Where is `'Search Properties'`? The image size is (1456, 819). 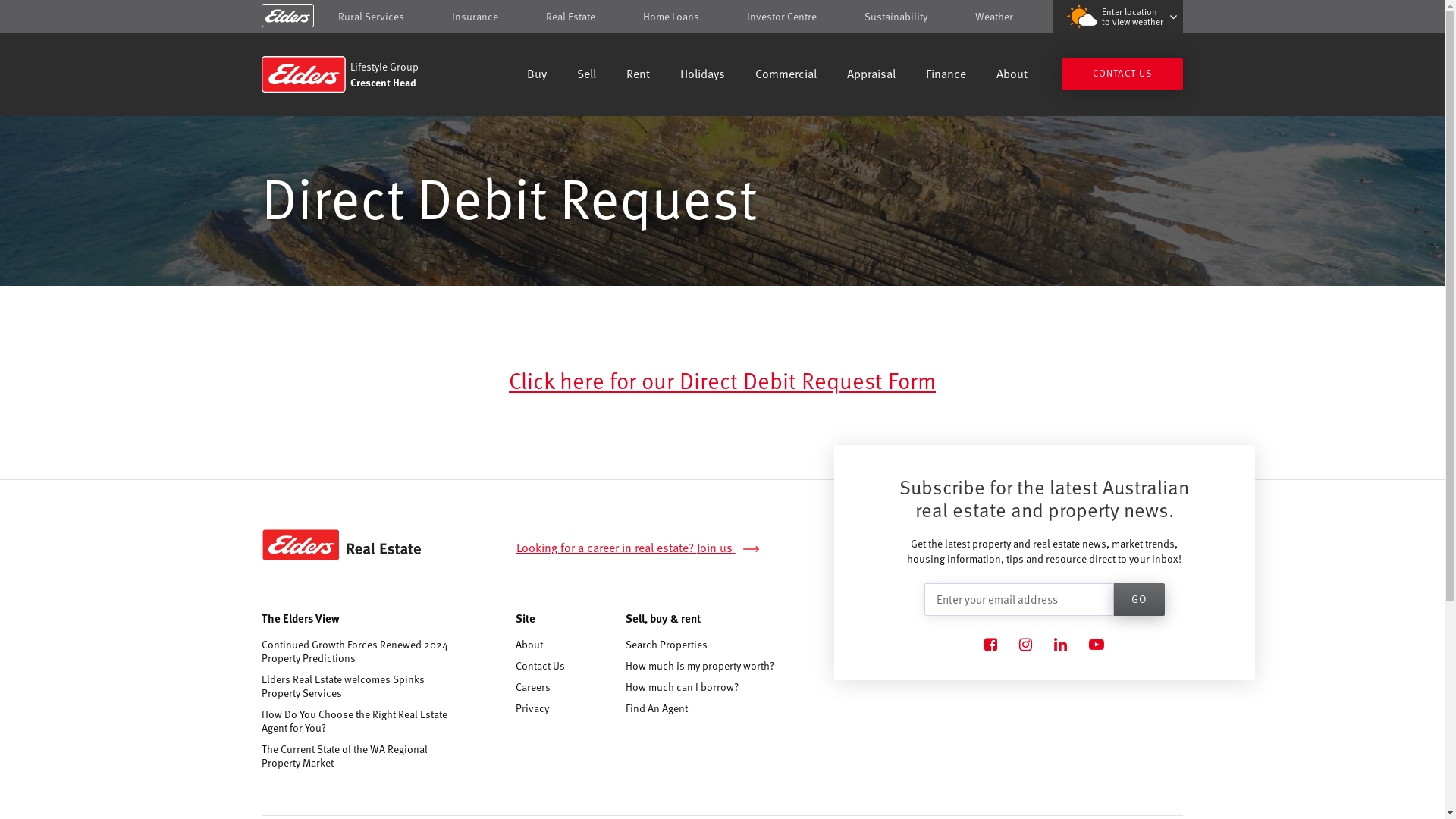 'Search Properties' is located at coordinates (666, 644).